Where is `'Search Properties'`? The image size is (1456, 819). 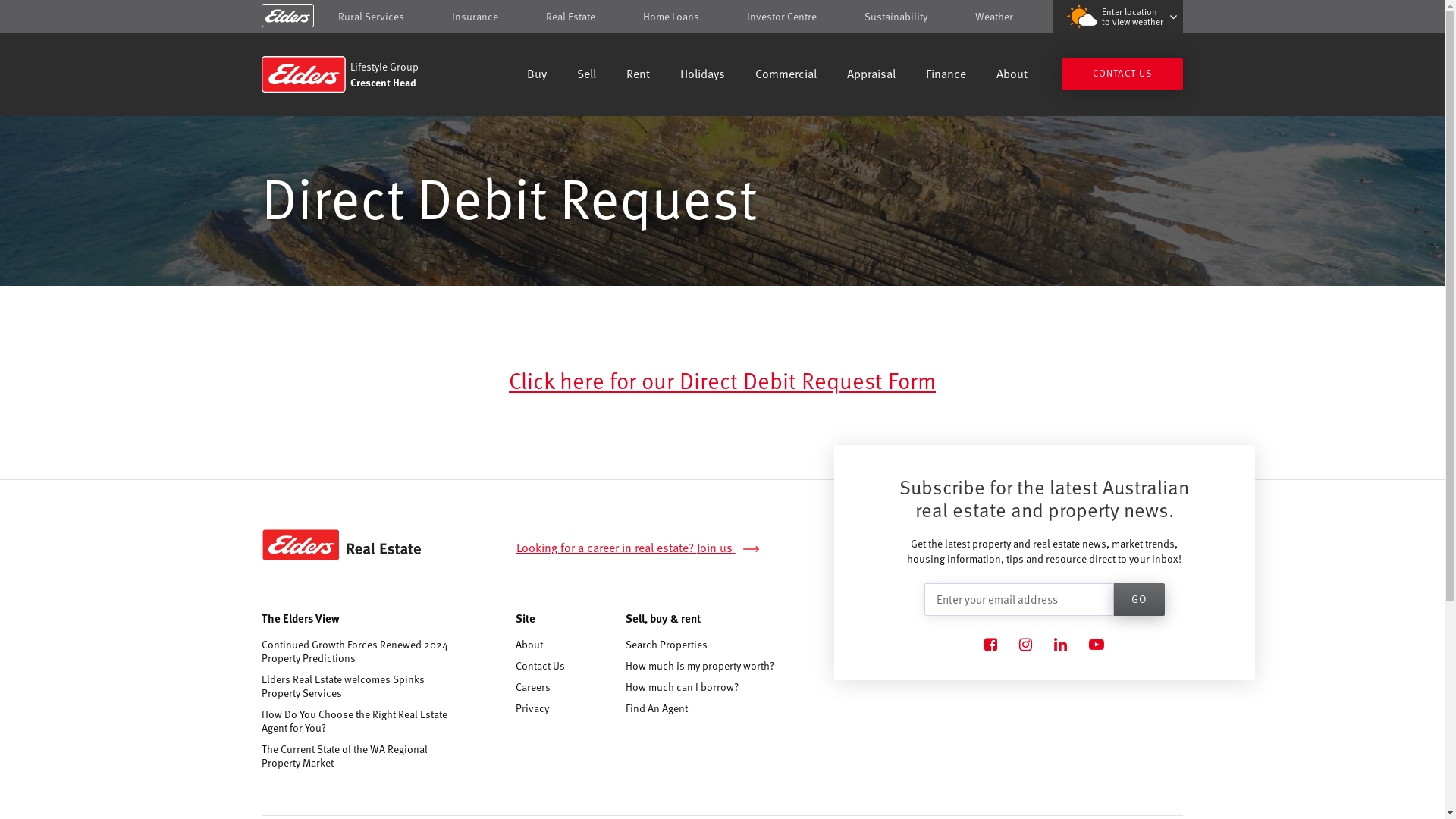 'Search Properties' is located at coordinates (666, 644).